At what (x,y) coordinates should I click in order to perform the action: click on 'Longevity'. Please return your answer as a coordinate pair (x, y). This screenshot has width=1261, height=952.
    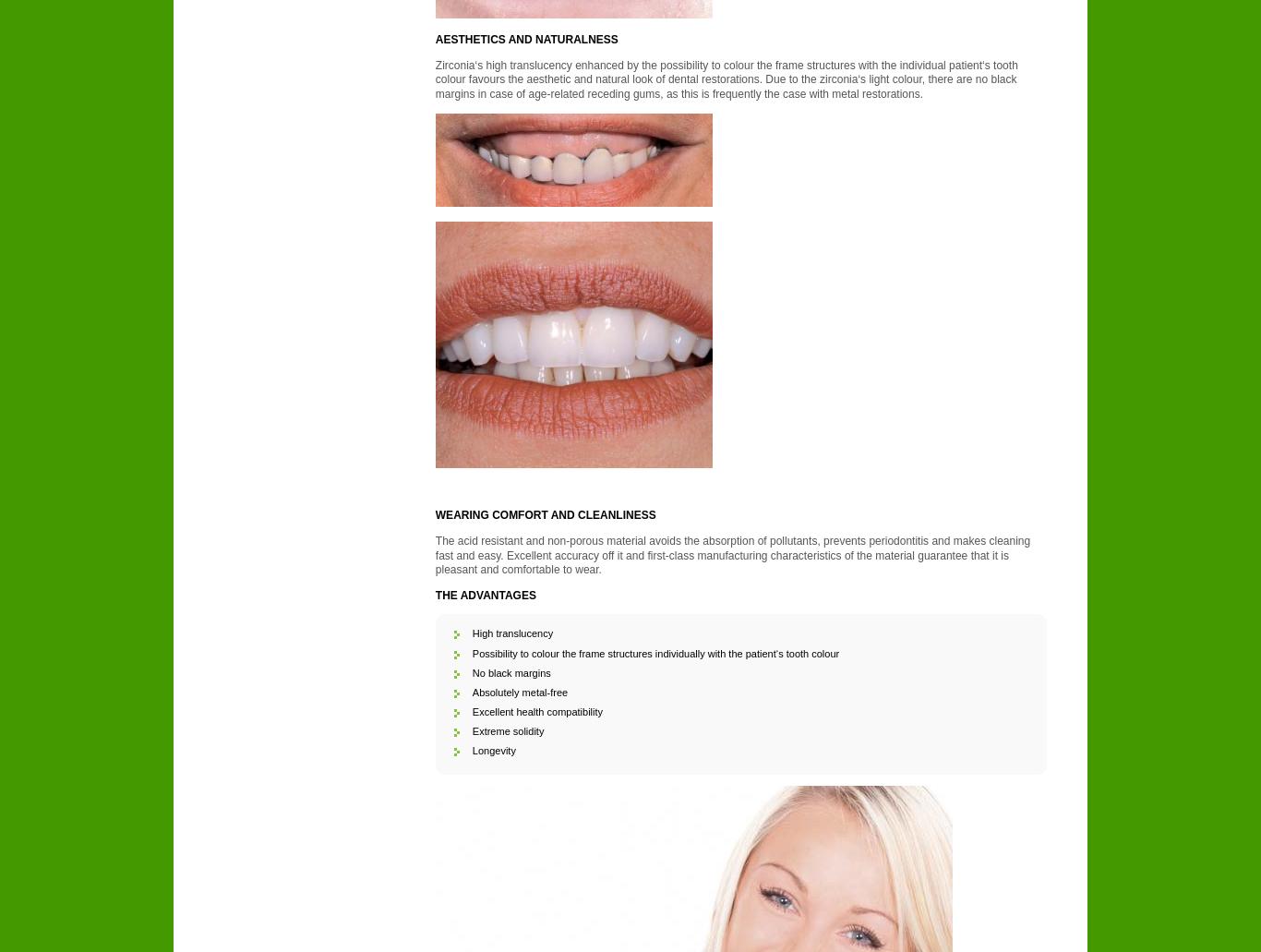
    Looking at the image, I should click on (493, 750).